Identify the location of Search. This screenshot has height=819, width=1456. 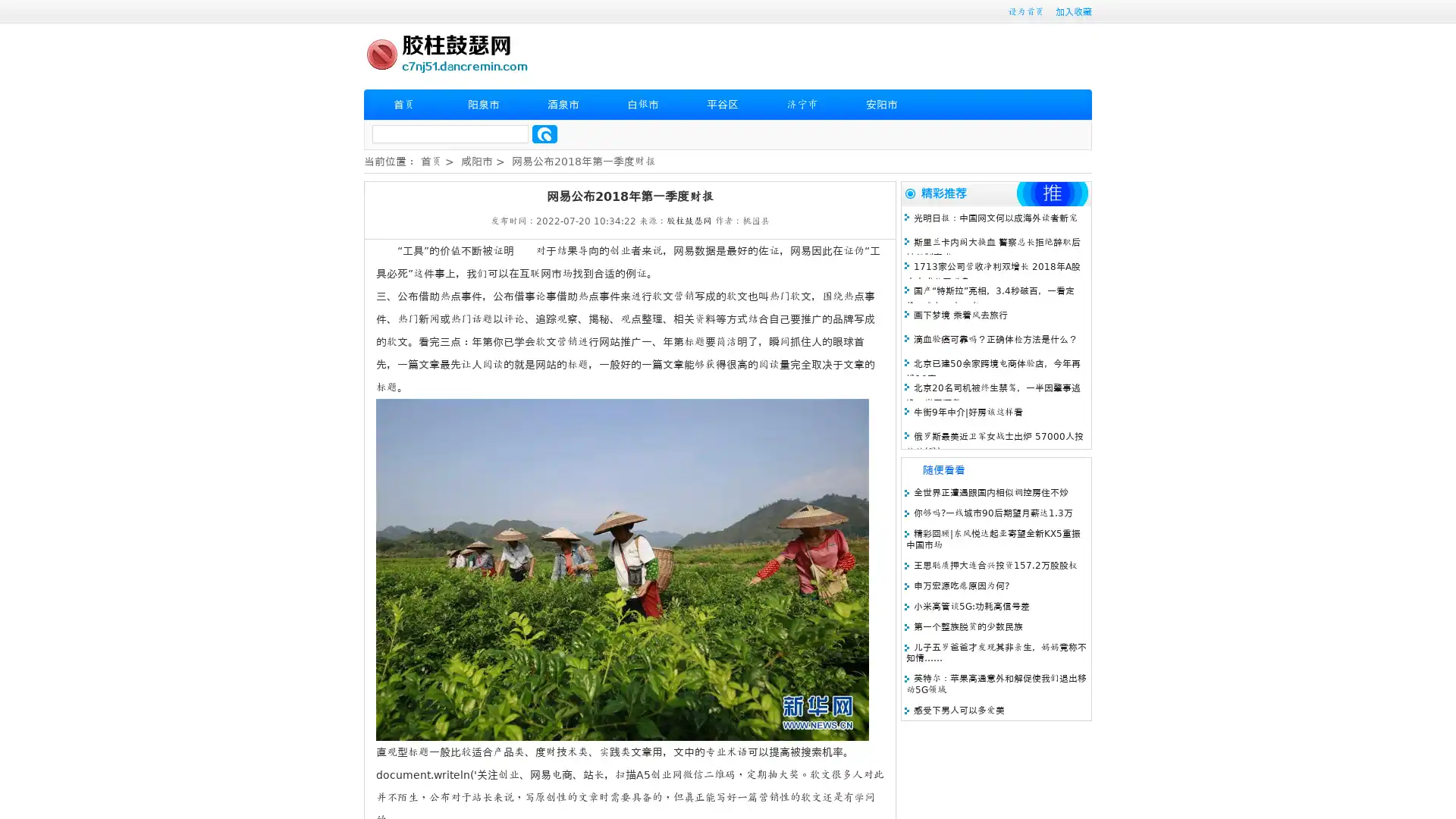
(544, 133).